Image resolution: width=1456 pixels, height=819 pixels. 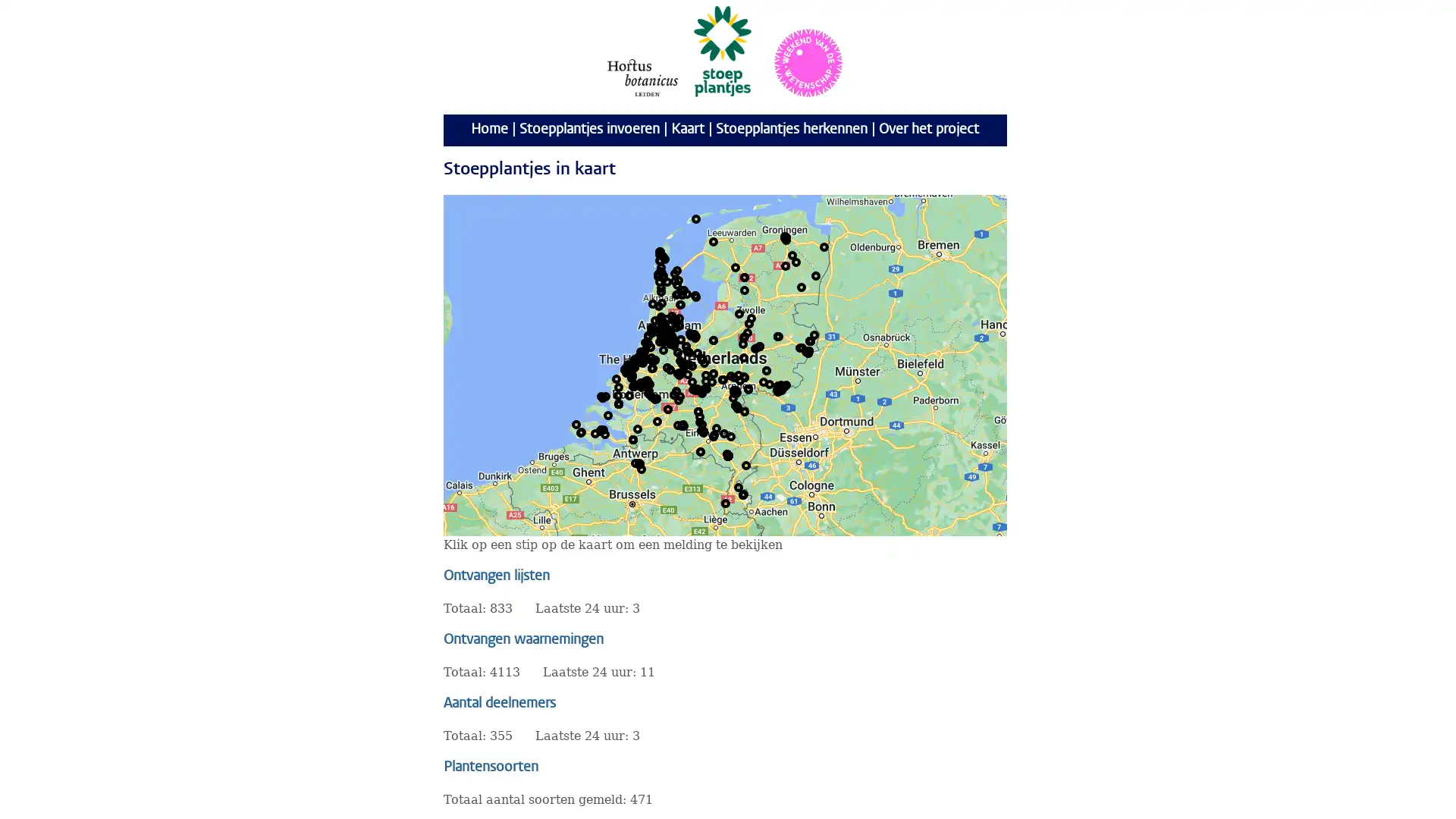 What do you see at coordinates (743, 494) in the screenshot?
I see `Telling van Anne-Mie Koopmans op 21 juni 2022` at bounding box center [743, 494].